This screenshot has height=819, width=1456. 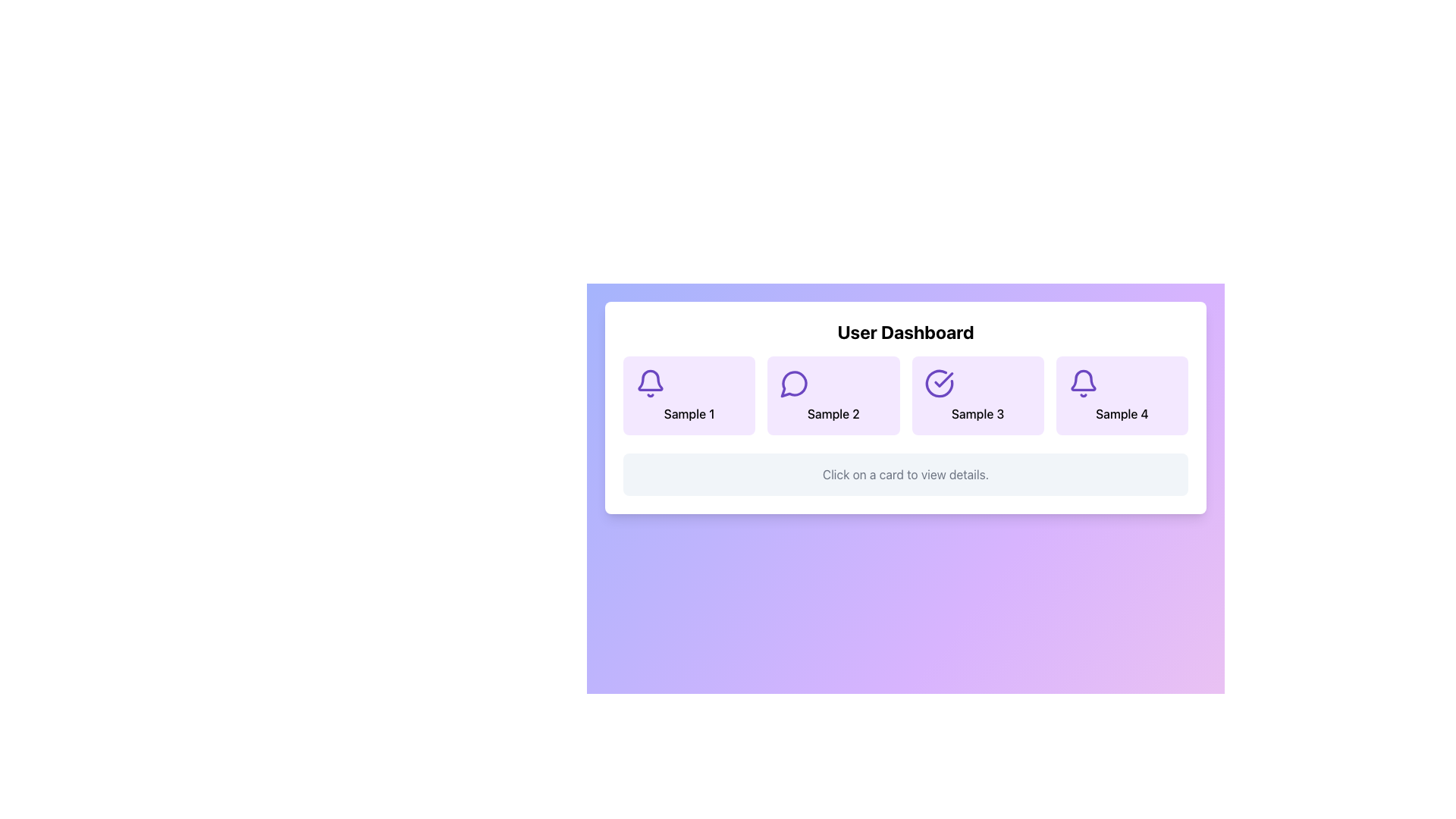 I want to click on the checkmark vector graphic indicating completion within the 'Sample 3' item under the 'User Dashboard', so click(x=943, y=379).